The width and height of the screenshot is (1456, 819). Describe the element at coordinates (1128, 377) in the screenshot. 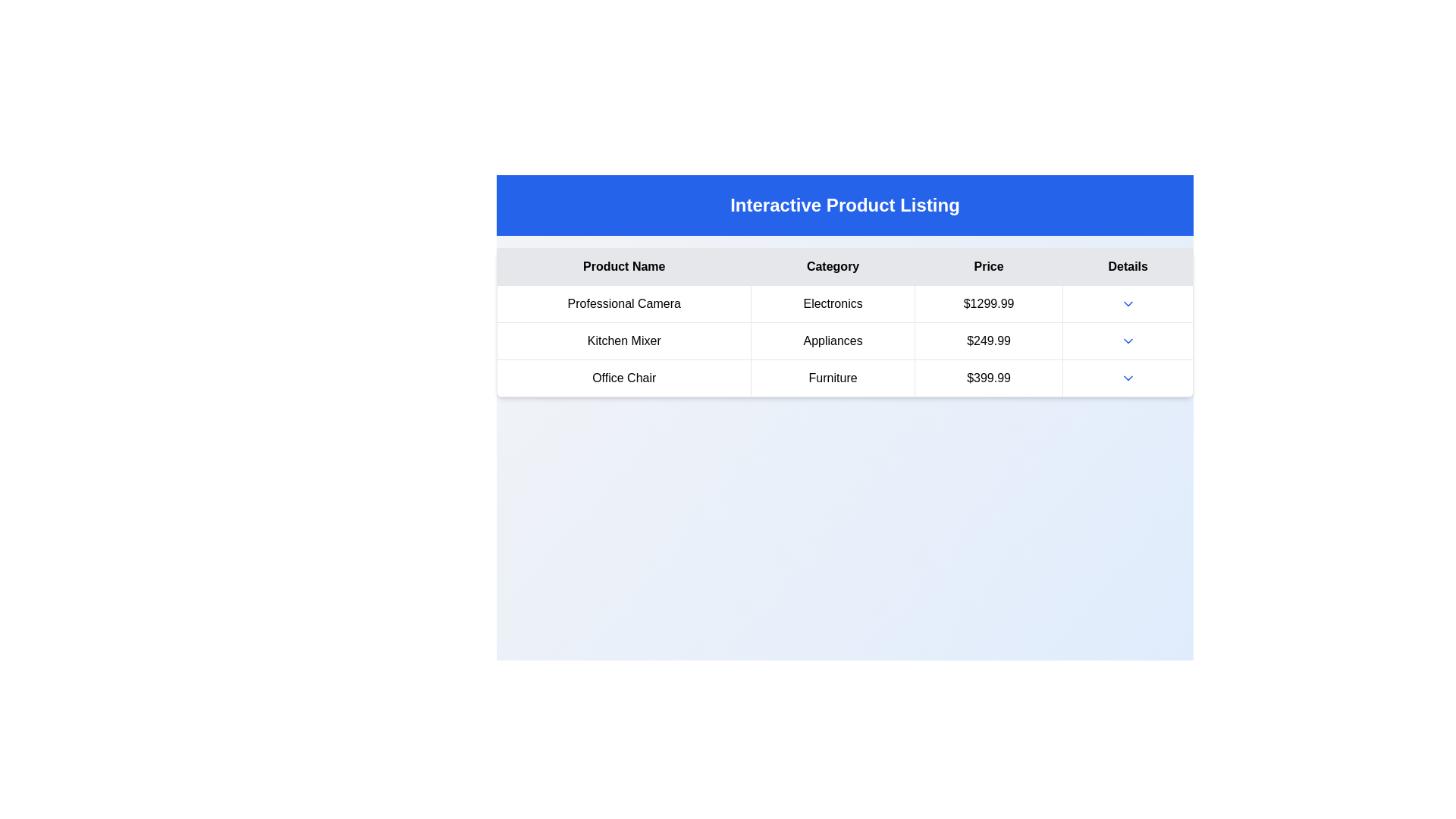

I see `the downward-facing blue triangle icon indicating a dropdown in the 'Details' column of the third row of the table` at that location.